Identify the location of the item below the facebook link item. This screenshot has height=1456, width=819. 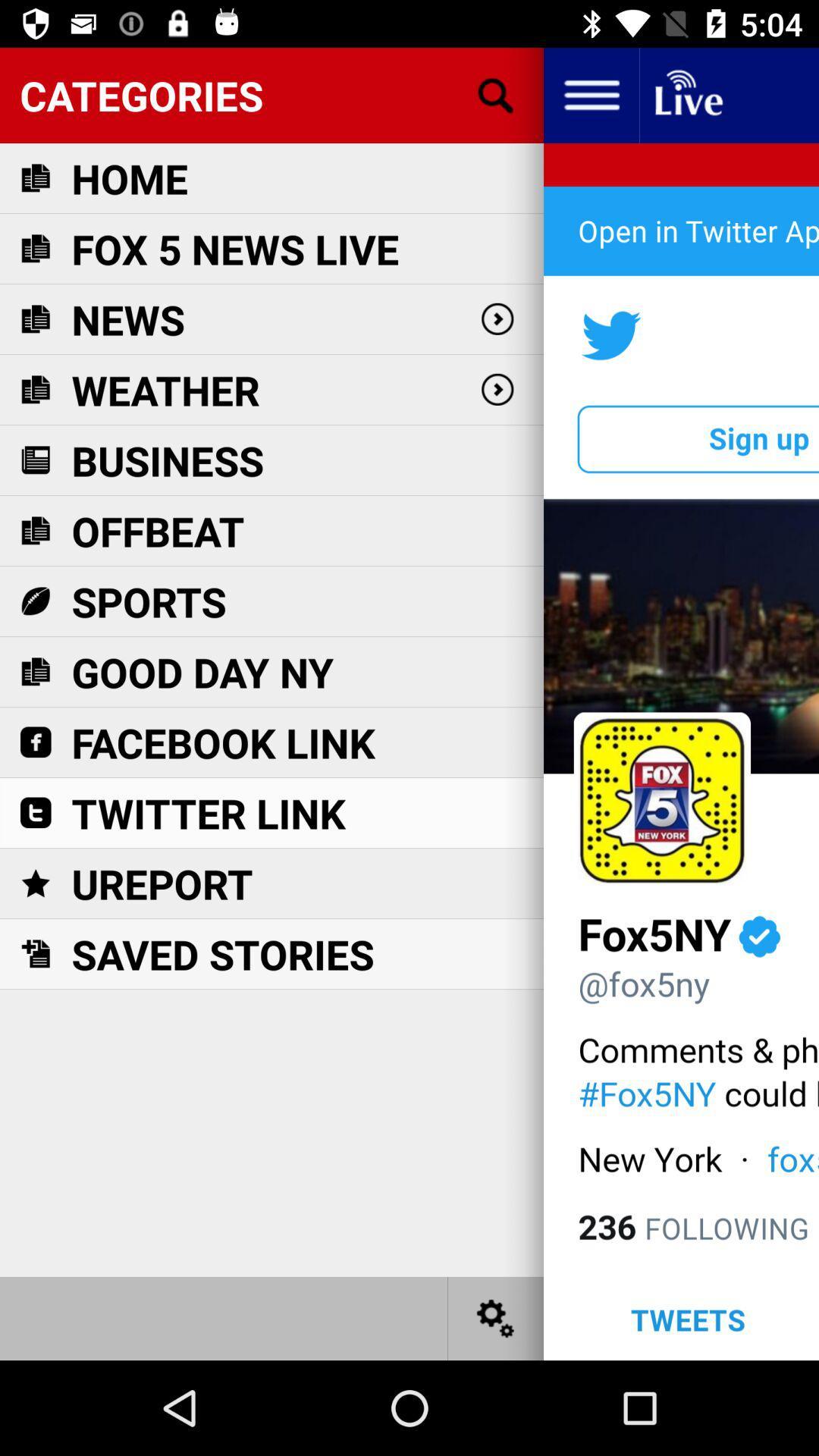
(209, 812).